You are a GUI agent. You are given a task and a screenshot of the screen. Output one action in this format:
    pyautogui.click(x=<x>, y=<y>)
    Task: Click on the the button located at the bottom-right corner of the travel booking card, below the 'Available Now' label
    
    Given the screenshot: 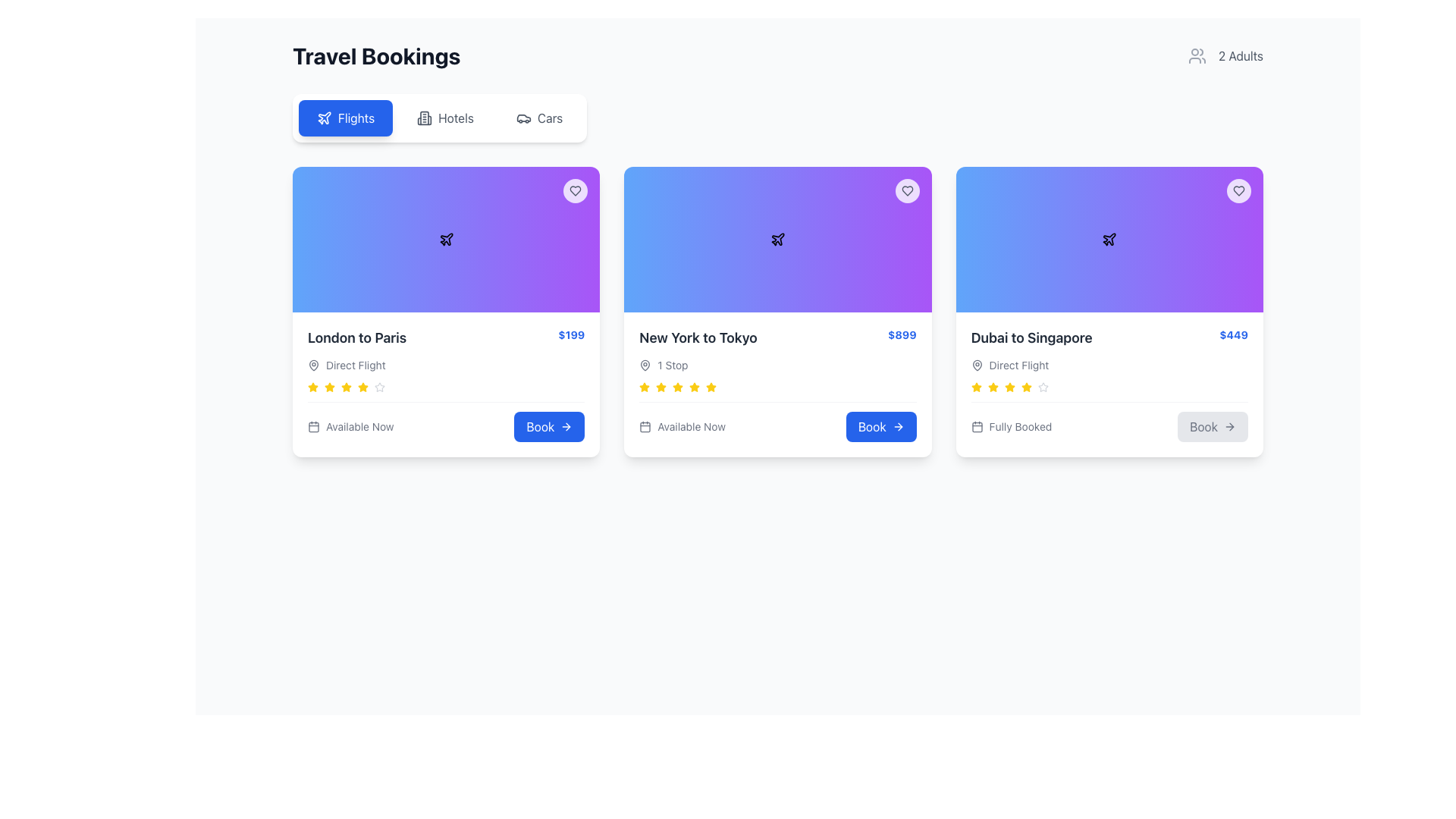 What is the action you would take?
    pyautogui.click(x=548, y=427)
    